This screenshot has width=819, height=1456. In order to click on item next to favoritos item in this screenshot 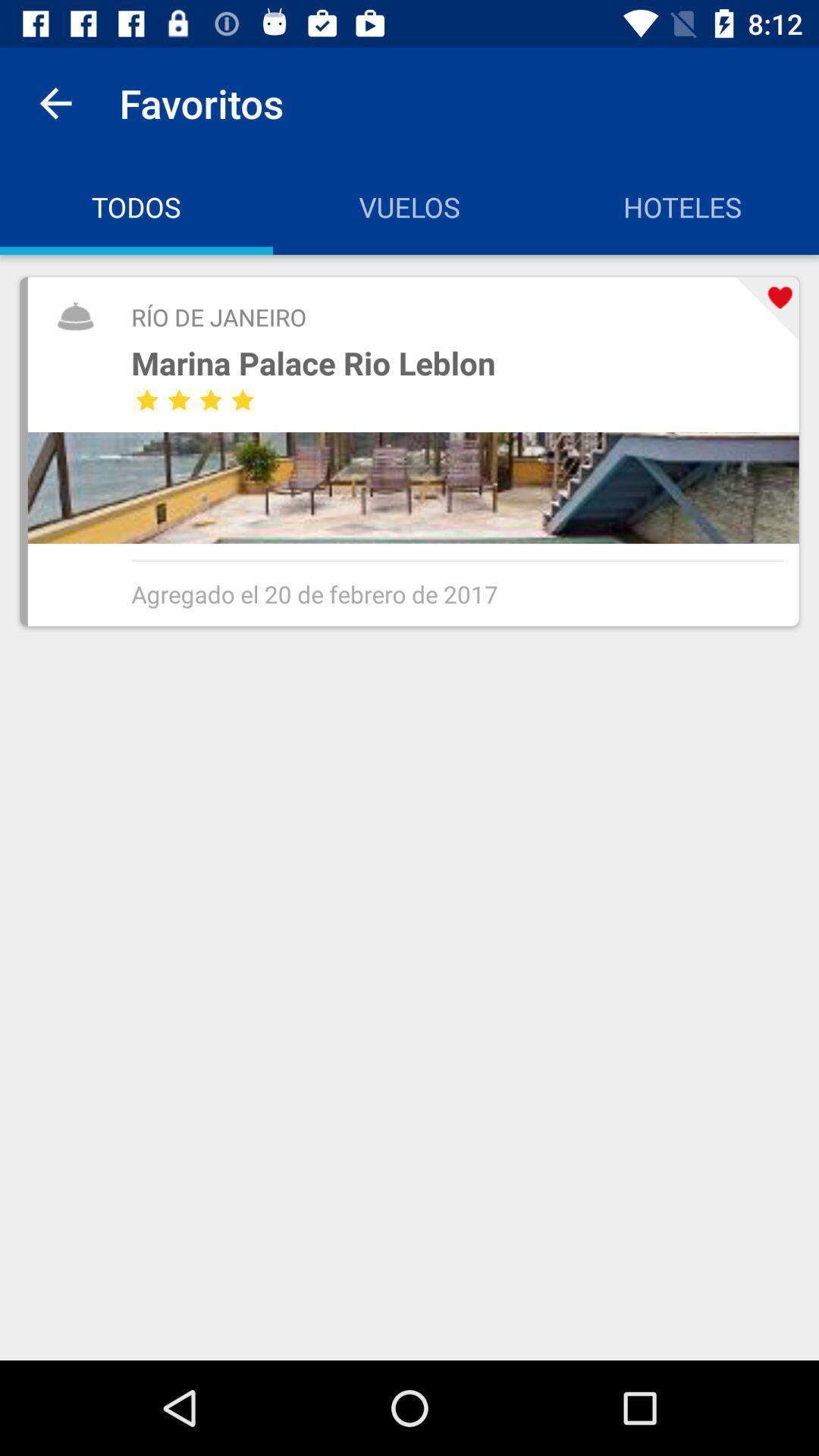, I will do `click(55, 102)`.